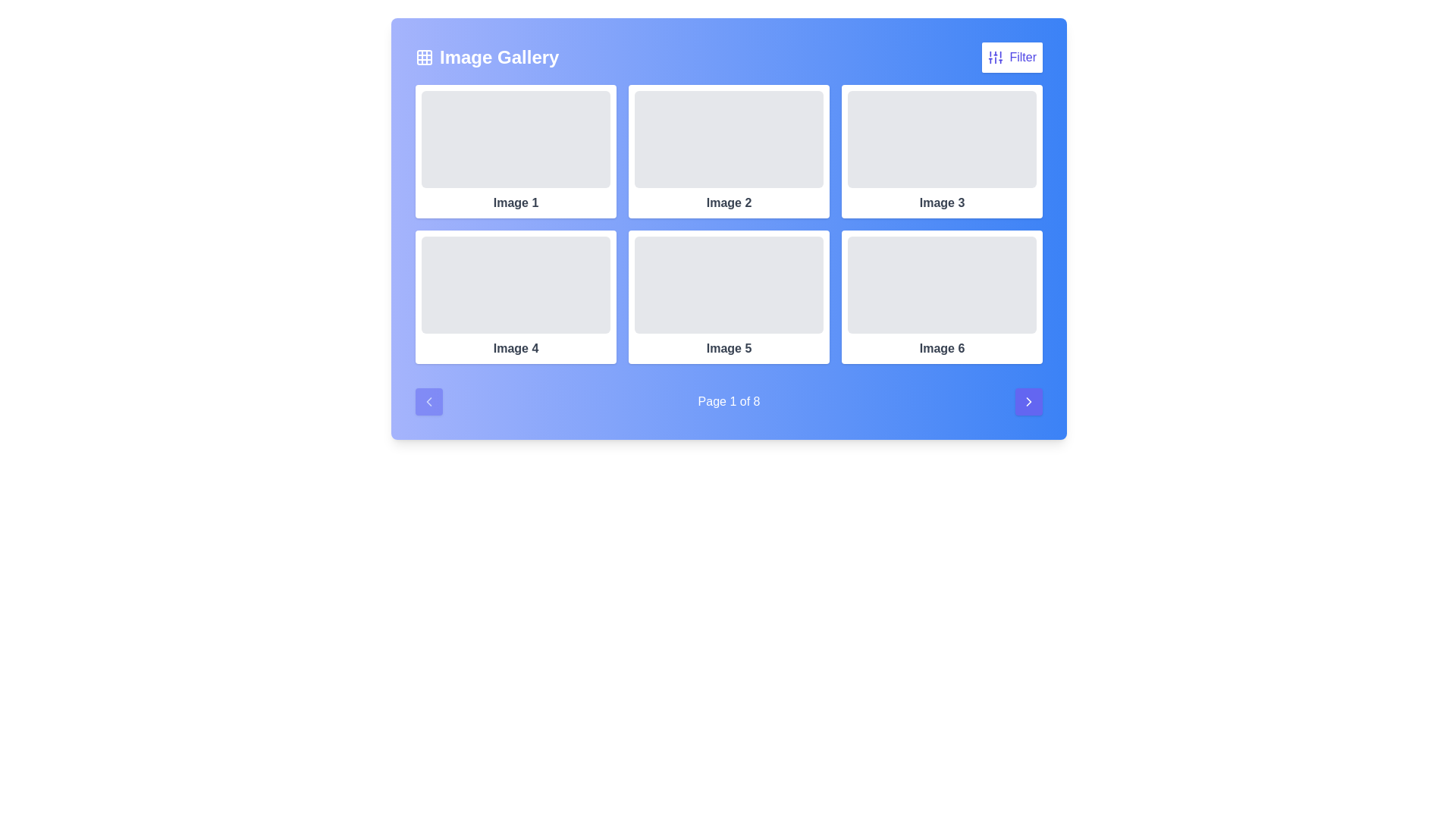  Describe the element at coordinates (487, 57) in the screenshot. I see `the 'Image Gallery' header element, which includes the text label and adjacent grid icon, positioned on the left side of the header section` at that location.